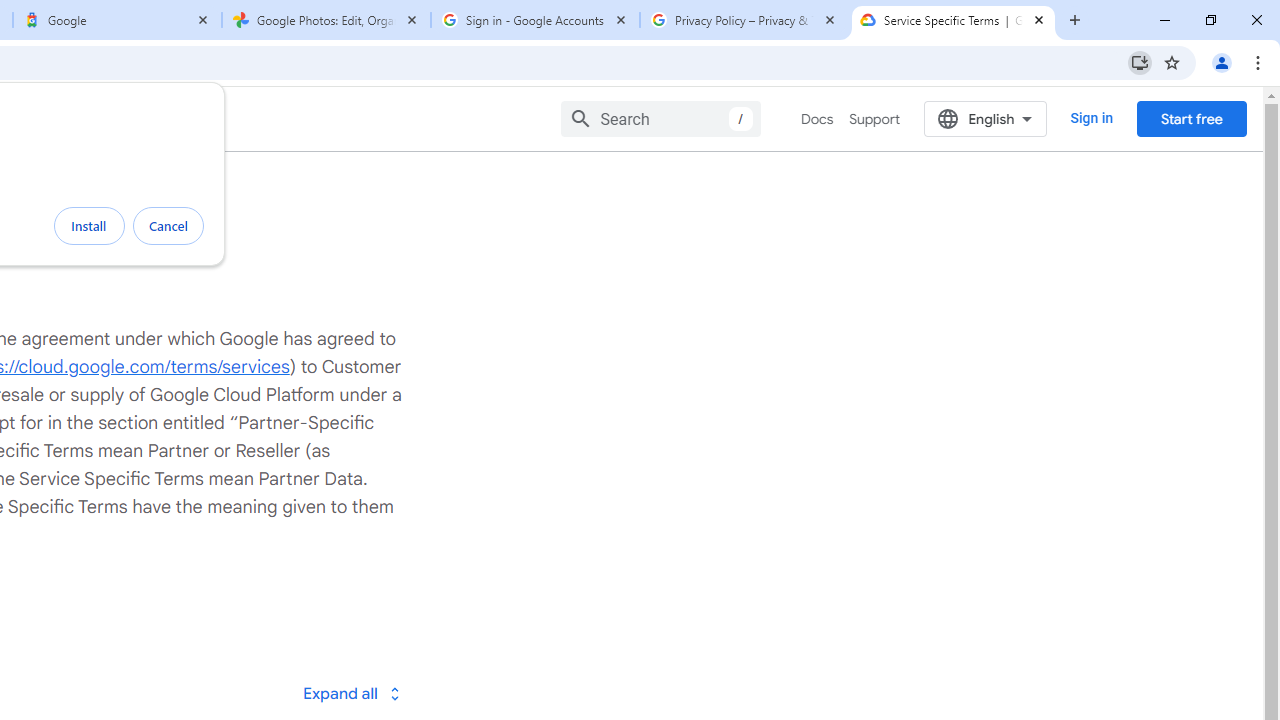  Describe the element at coordinates (168, 225) in the screenshot. I see `'Cancel'` at that location.